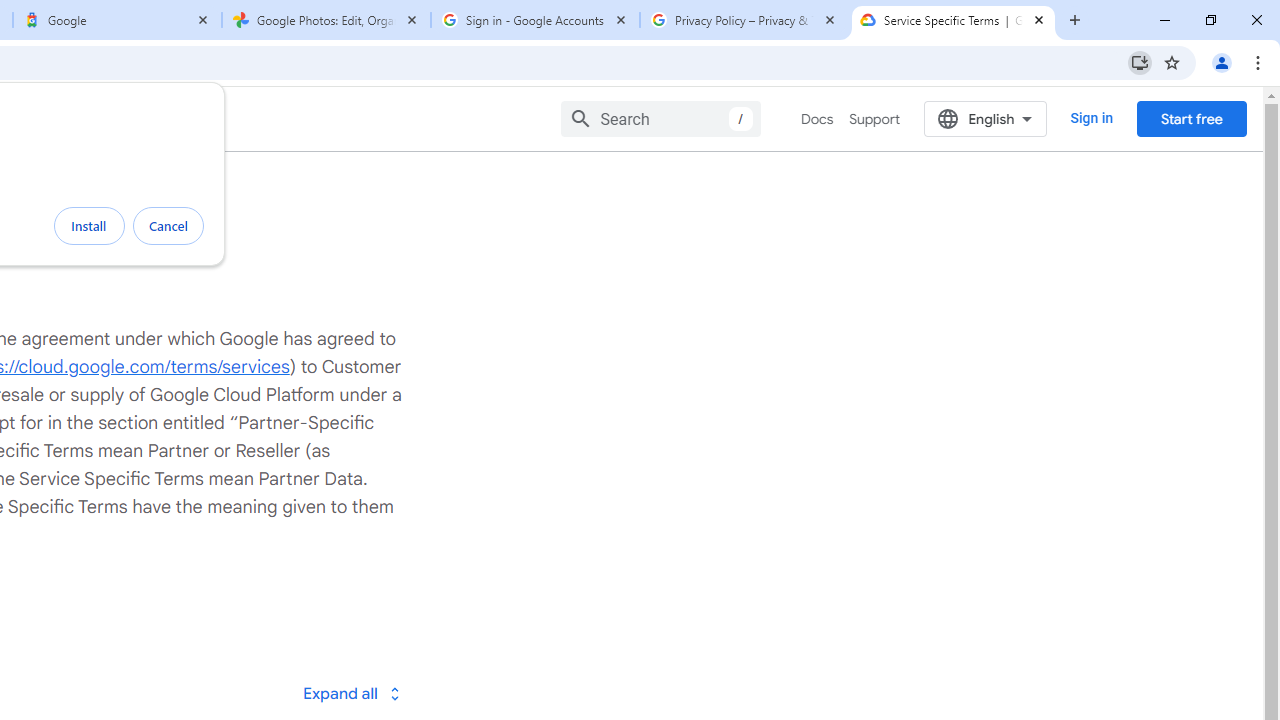  Describe the element at coordinates (168, 225) in the screenshot. I see `'Cancel'` at that location.